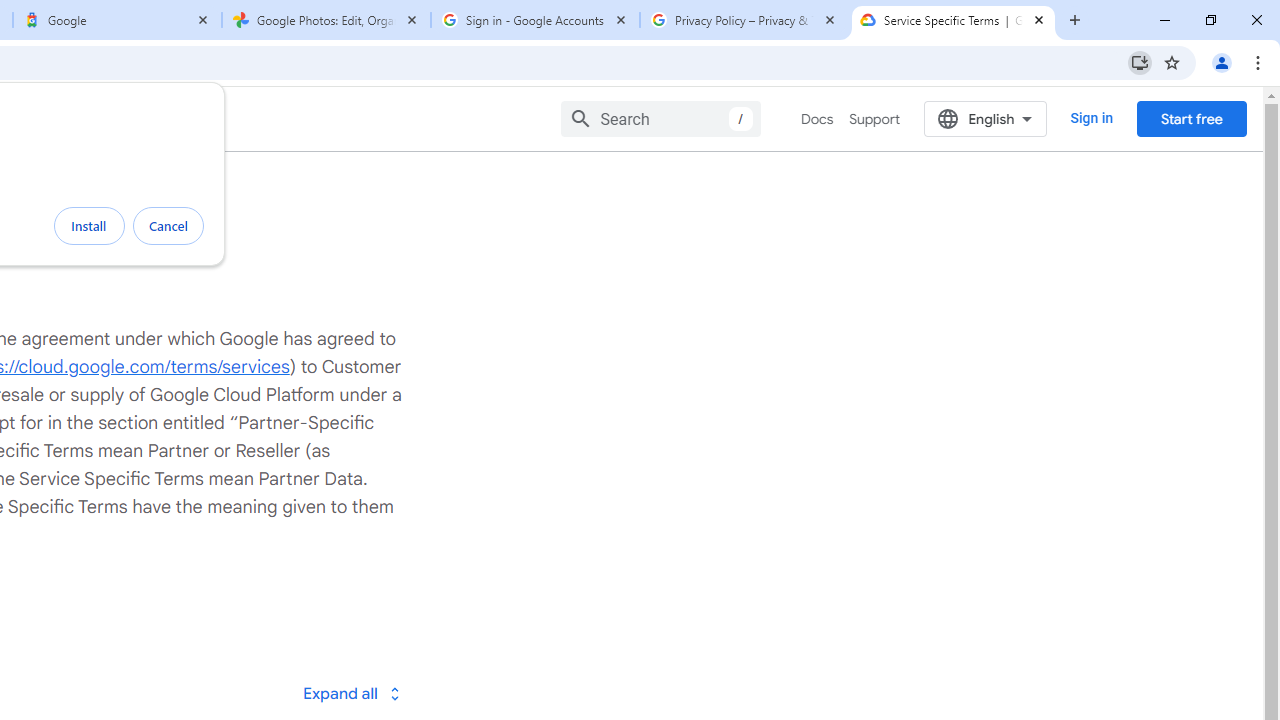  Describe the element at coordinates (168, 225) in the screenshot. I see `'Cancel'` at that location.